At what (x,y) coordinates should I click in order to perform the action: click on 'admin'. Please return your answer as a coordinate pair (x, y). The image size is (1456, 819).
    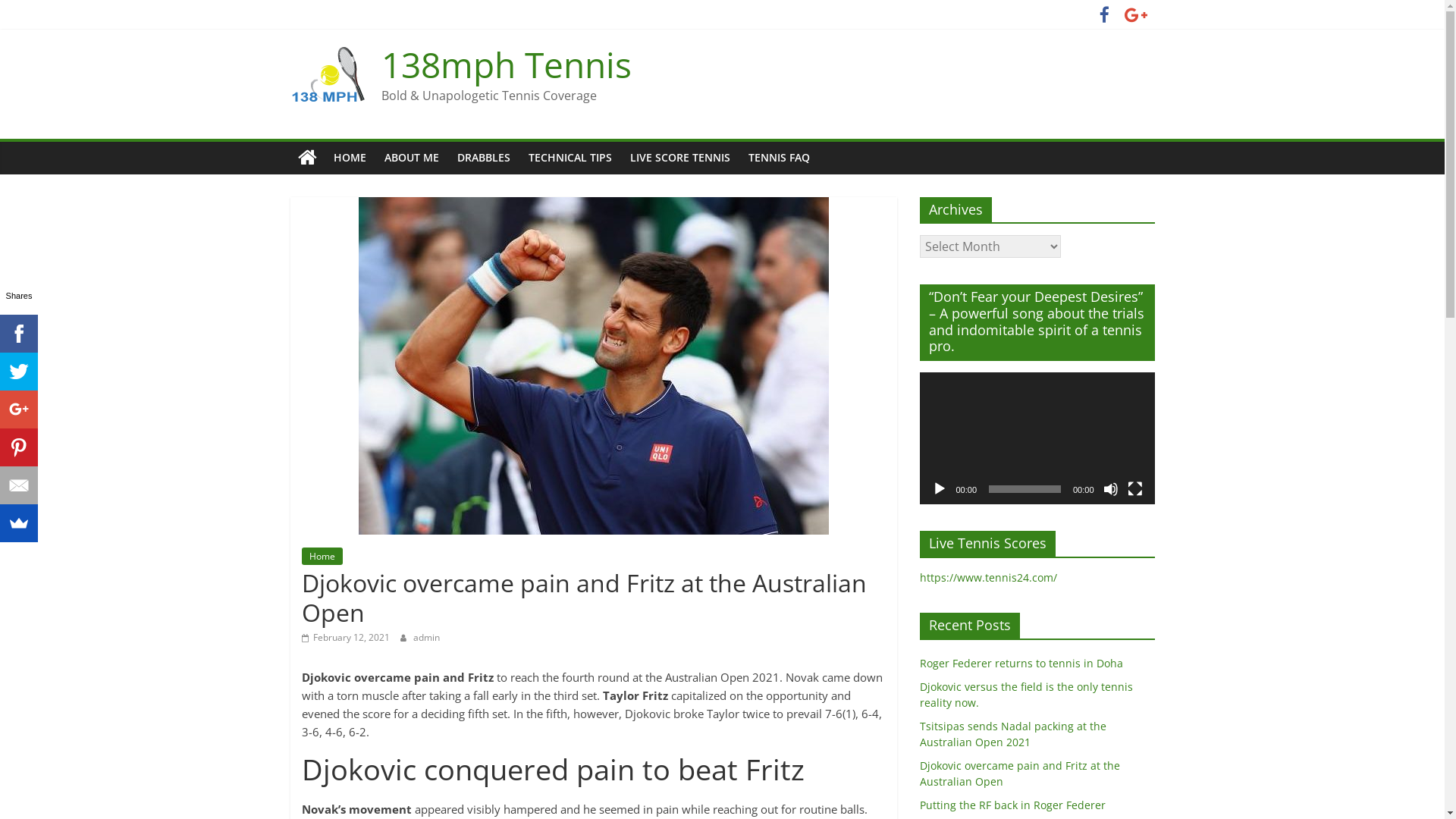
    Looking at the image, I should click on (425, 637).